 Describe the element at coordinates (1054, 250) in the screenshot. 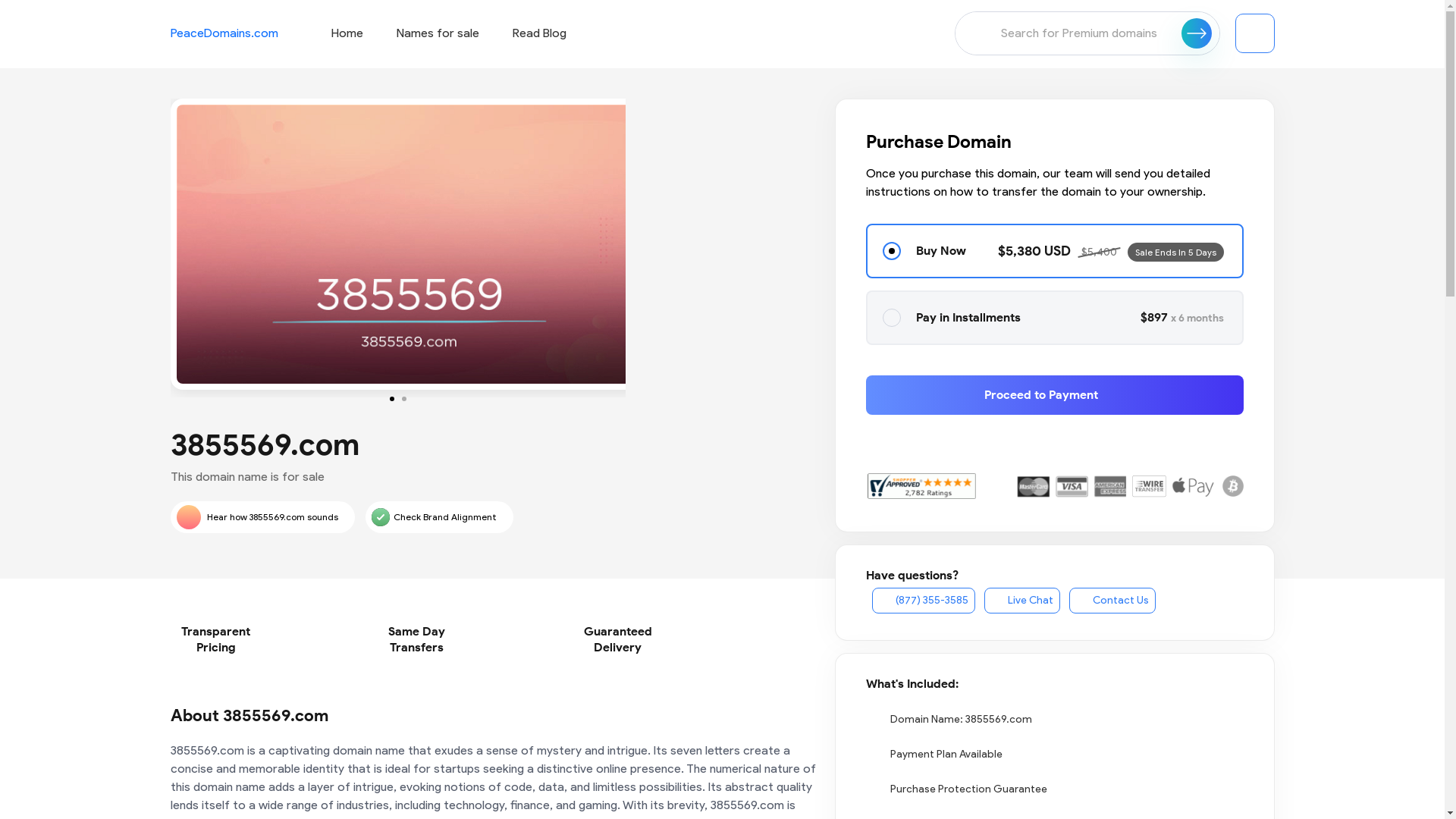

I see `'Buy Now` at that location.